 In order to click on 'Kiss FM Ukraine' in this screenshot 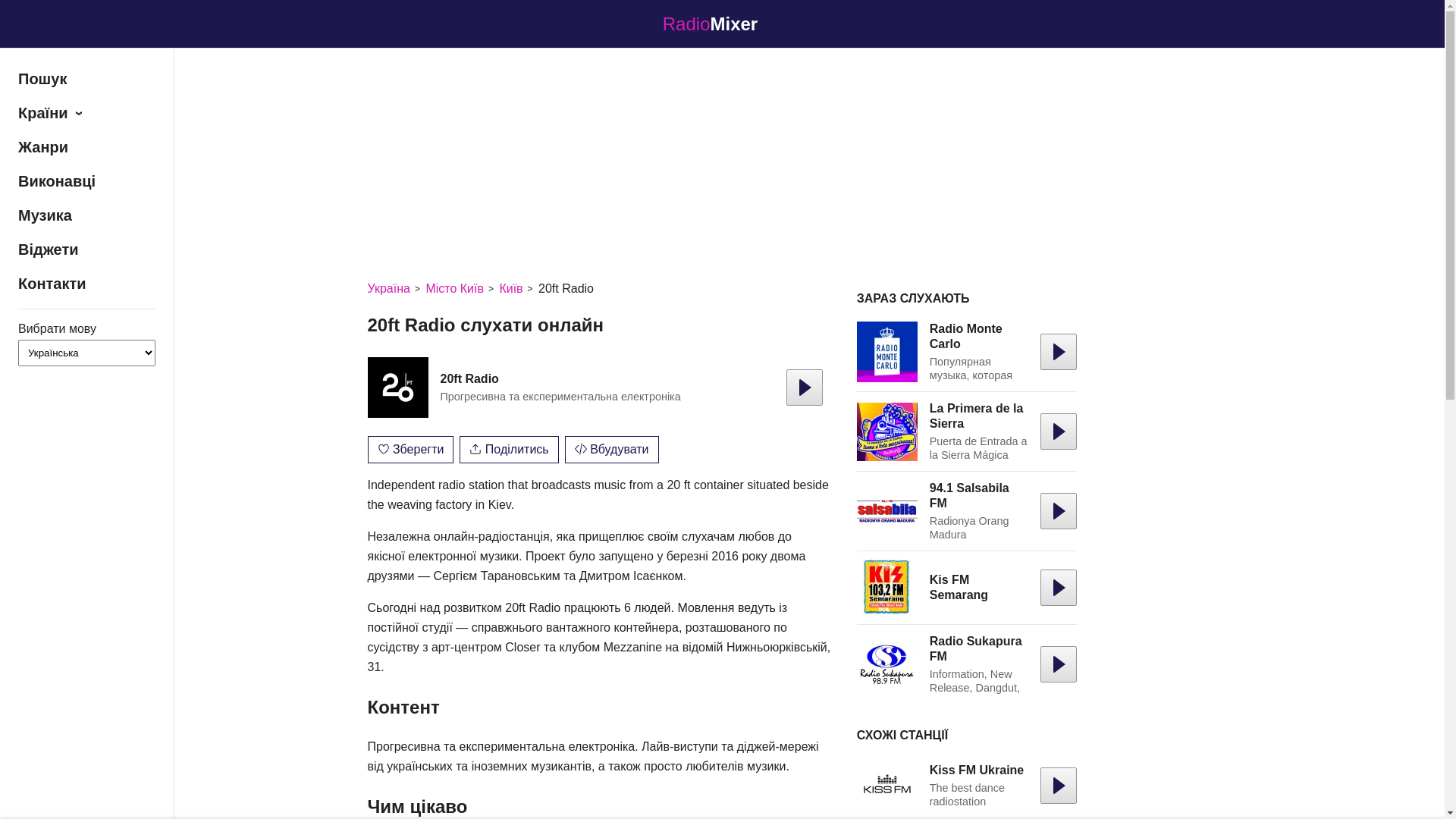, I will do `click(976, 770)`.